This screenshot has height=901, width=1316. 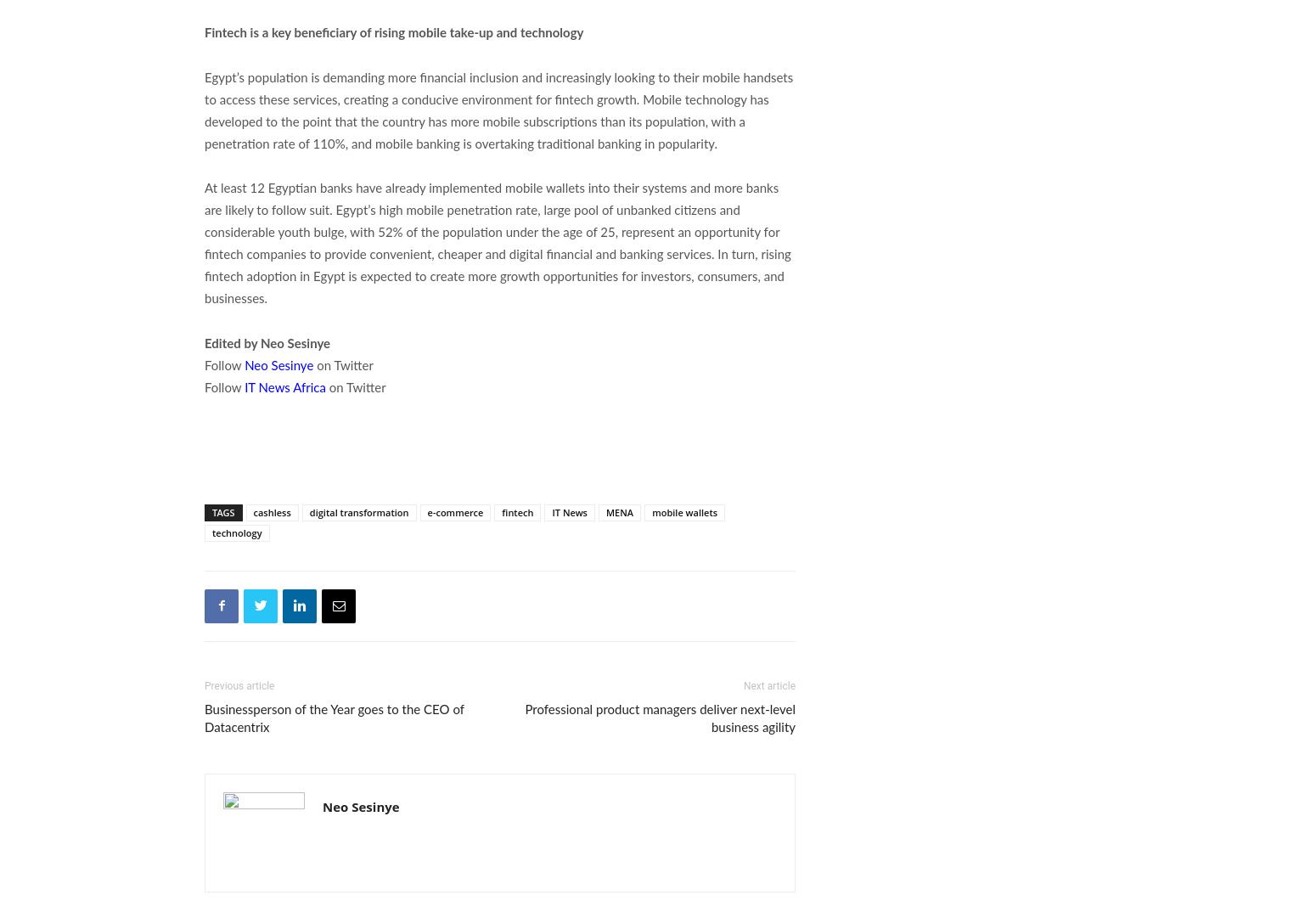 I want to click on 'TAGS', so click(x=223, y=510).